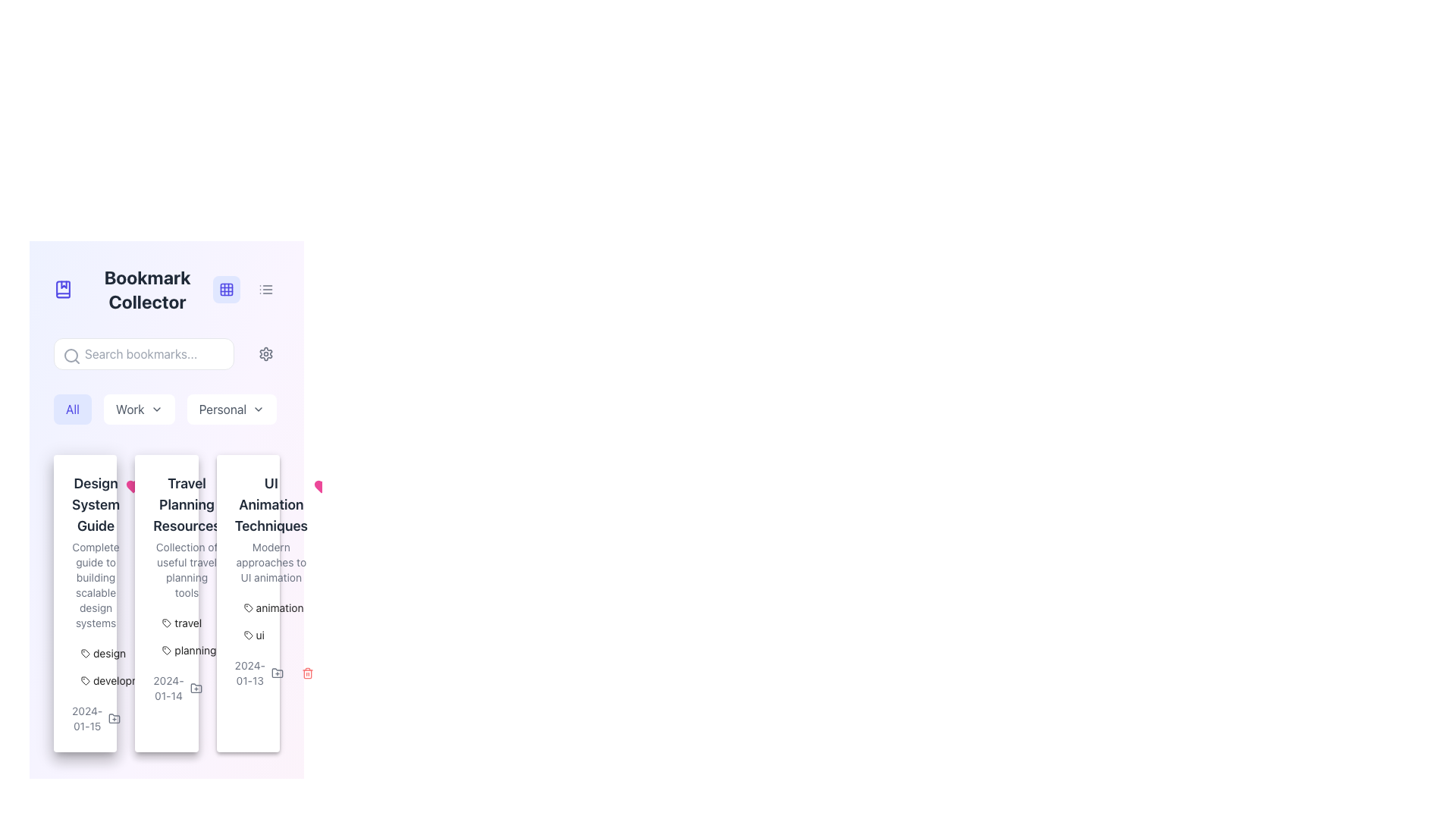  What do you see at coordinates (114, 718) in the screenshot?
I see `the 'add to folder' icon button located in the circular hoverable area on the right side of the card` at bounding box center [114, 718].